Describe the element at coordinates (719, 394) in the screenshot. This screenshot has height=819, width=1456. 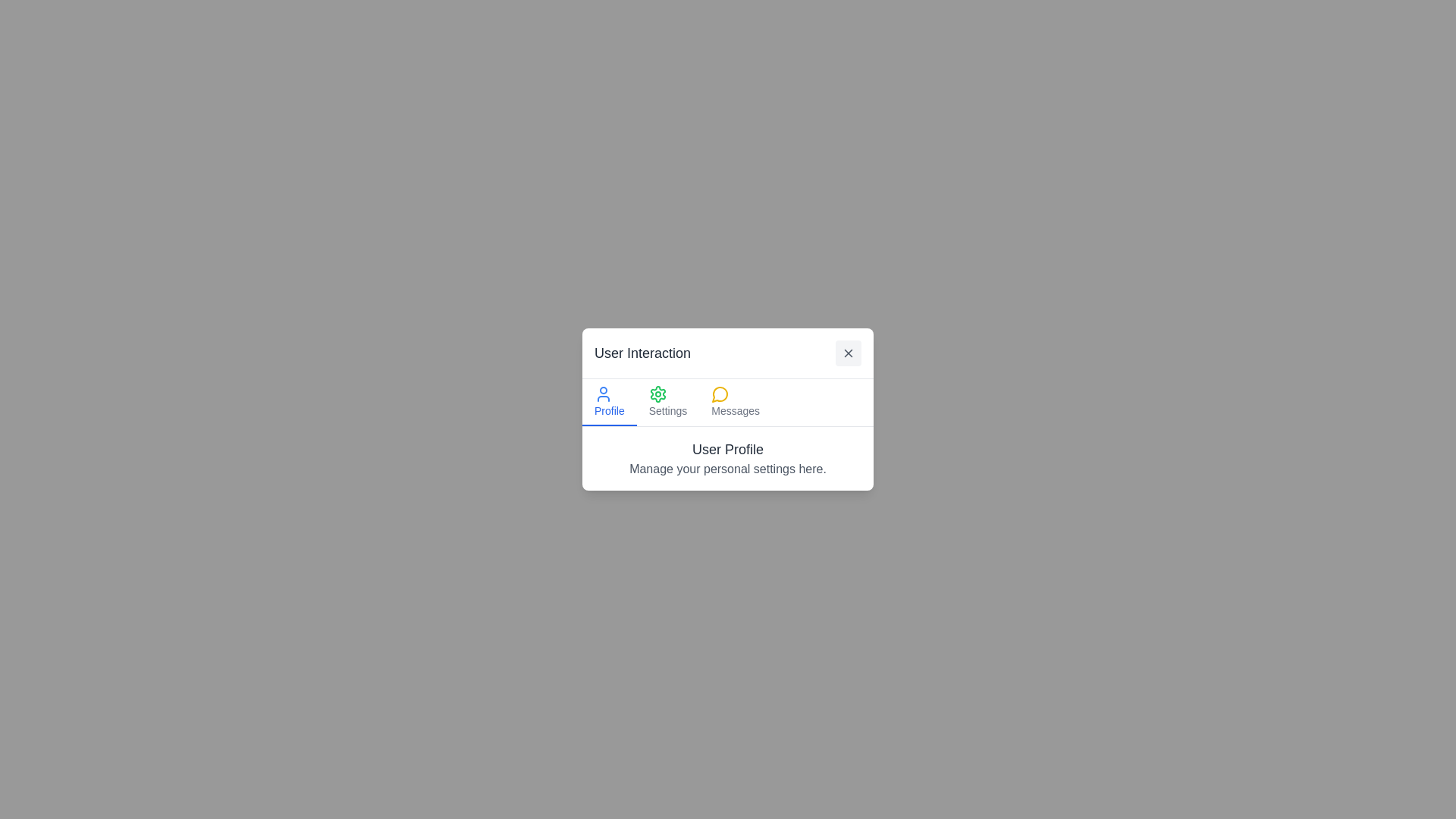
I see `the decorative speech bubble icon located in the 'Messages' section to focus on it` at that location.